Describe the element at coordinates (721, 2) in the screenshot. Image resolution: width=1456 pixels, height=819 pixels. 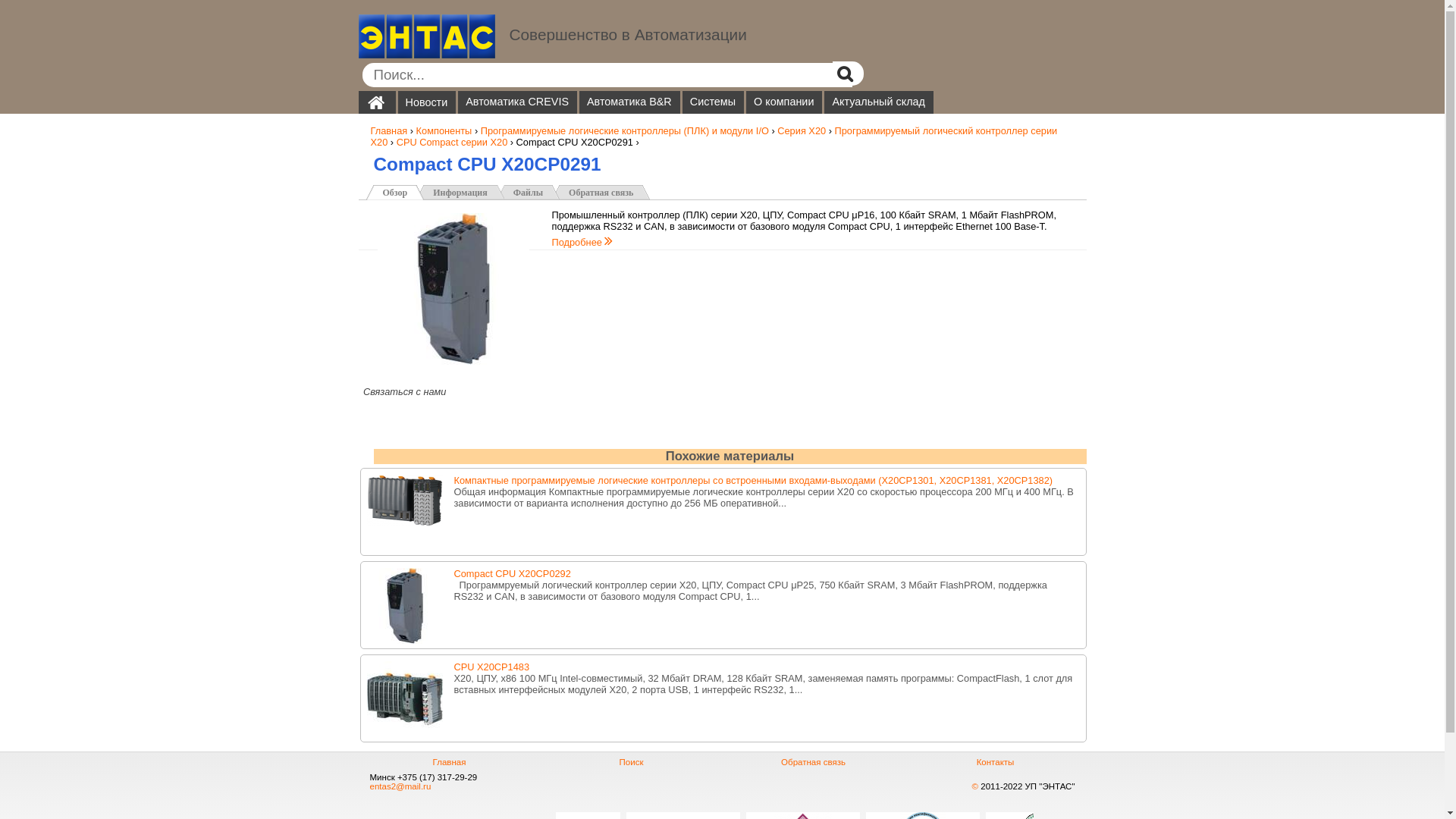
I see `'Jump to navigation'` at that location.